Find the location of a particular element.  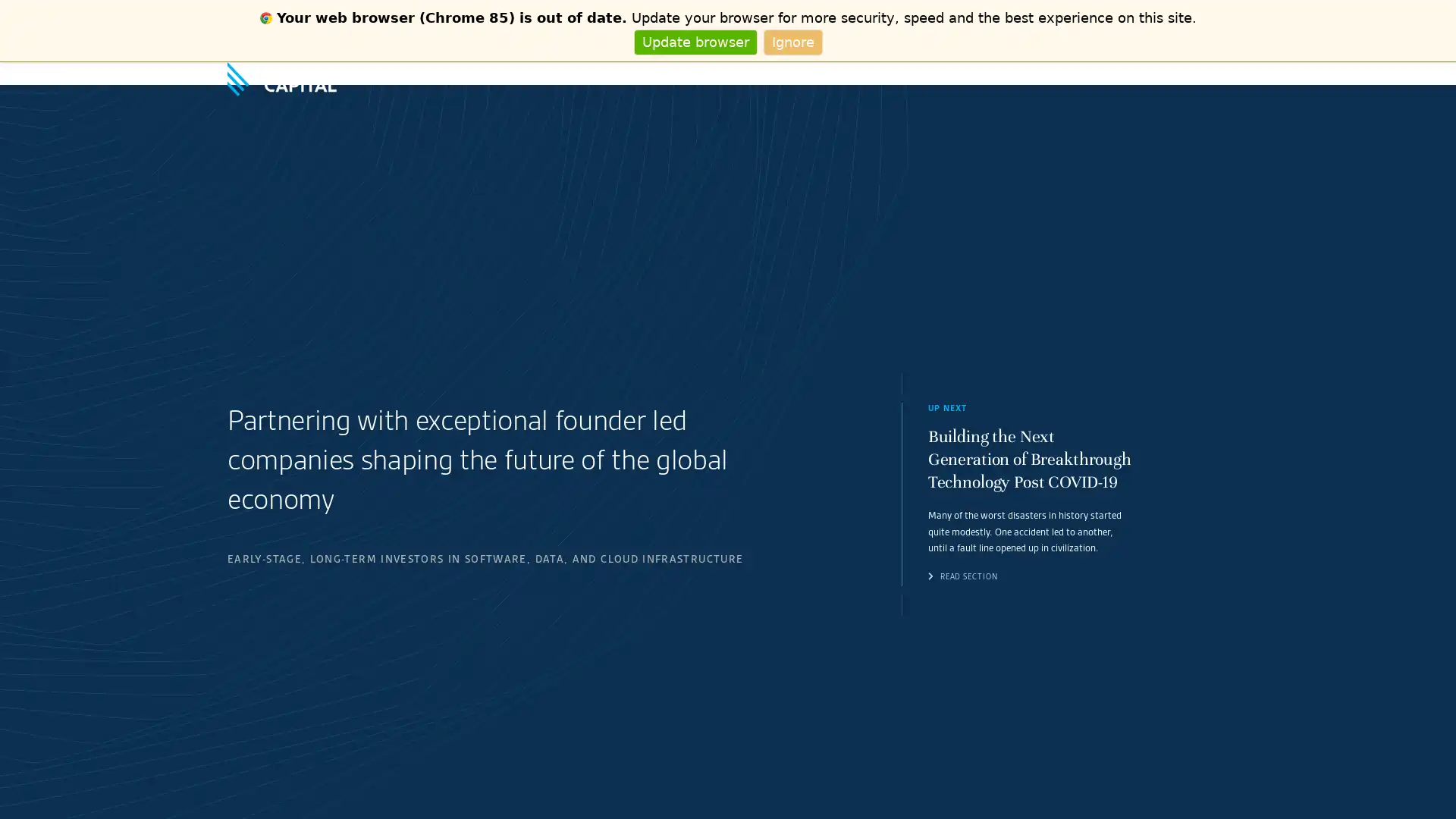

Ignore is located at coordinates (792, 41).